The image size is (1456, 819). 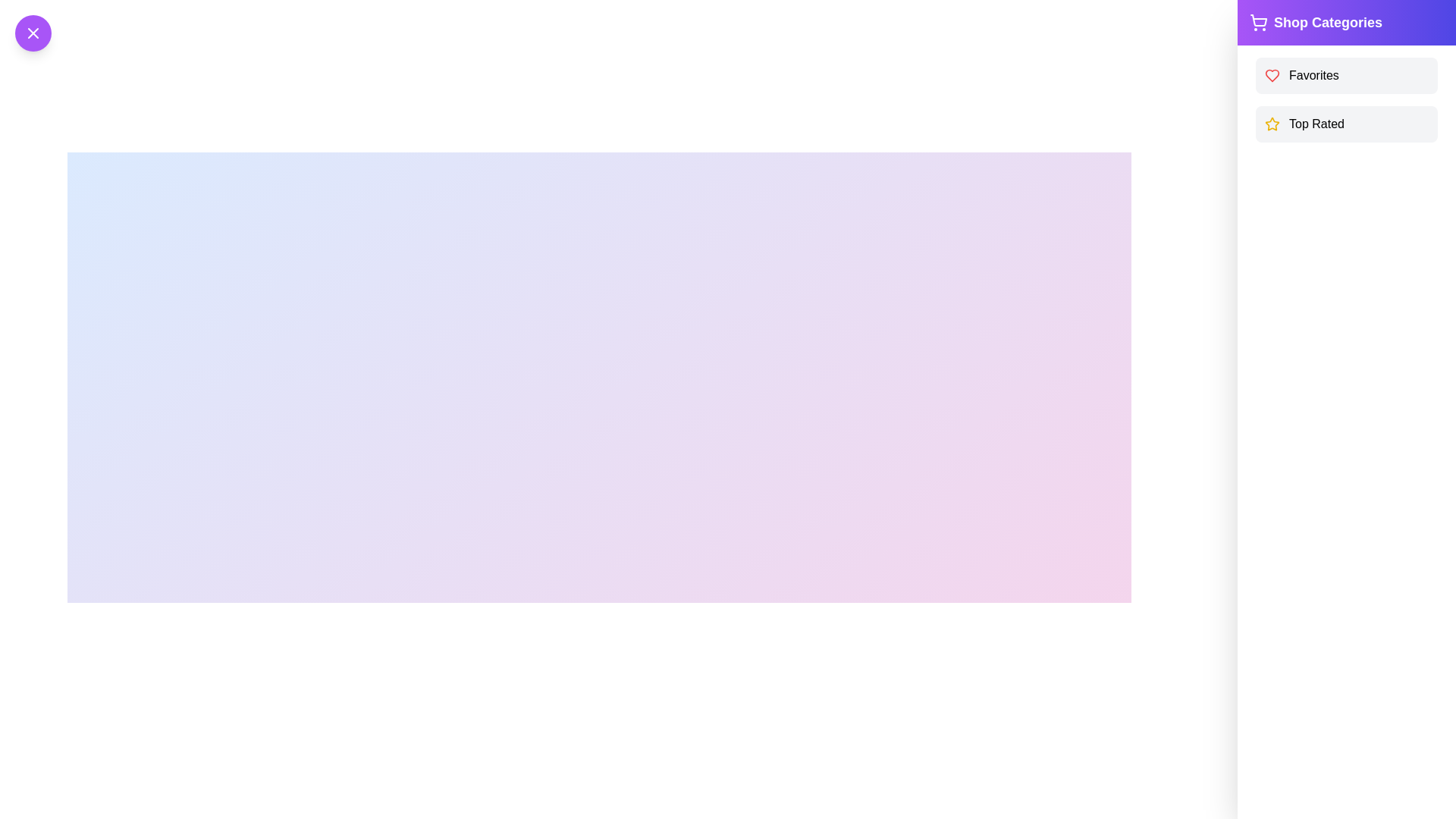 What do you see at coordinates (1347, 124) in the screenshot?
I see `the Top Rated list item to observe the hover effect` at bounding box center [1347, 124].